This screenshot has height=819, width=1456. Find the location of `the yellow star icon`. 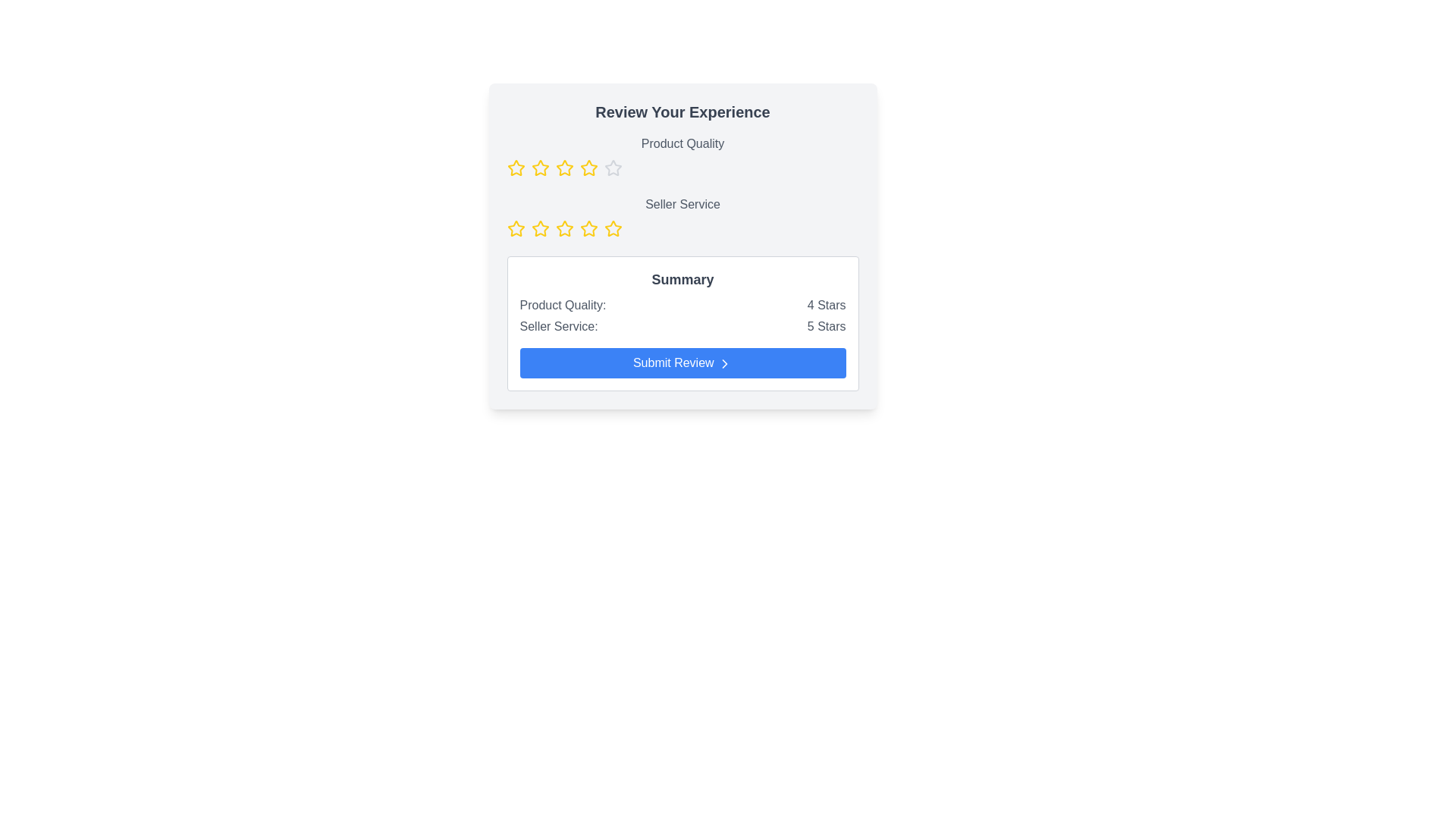

the yellow star icon is located at coordinates (516, 168).